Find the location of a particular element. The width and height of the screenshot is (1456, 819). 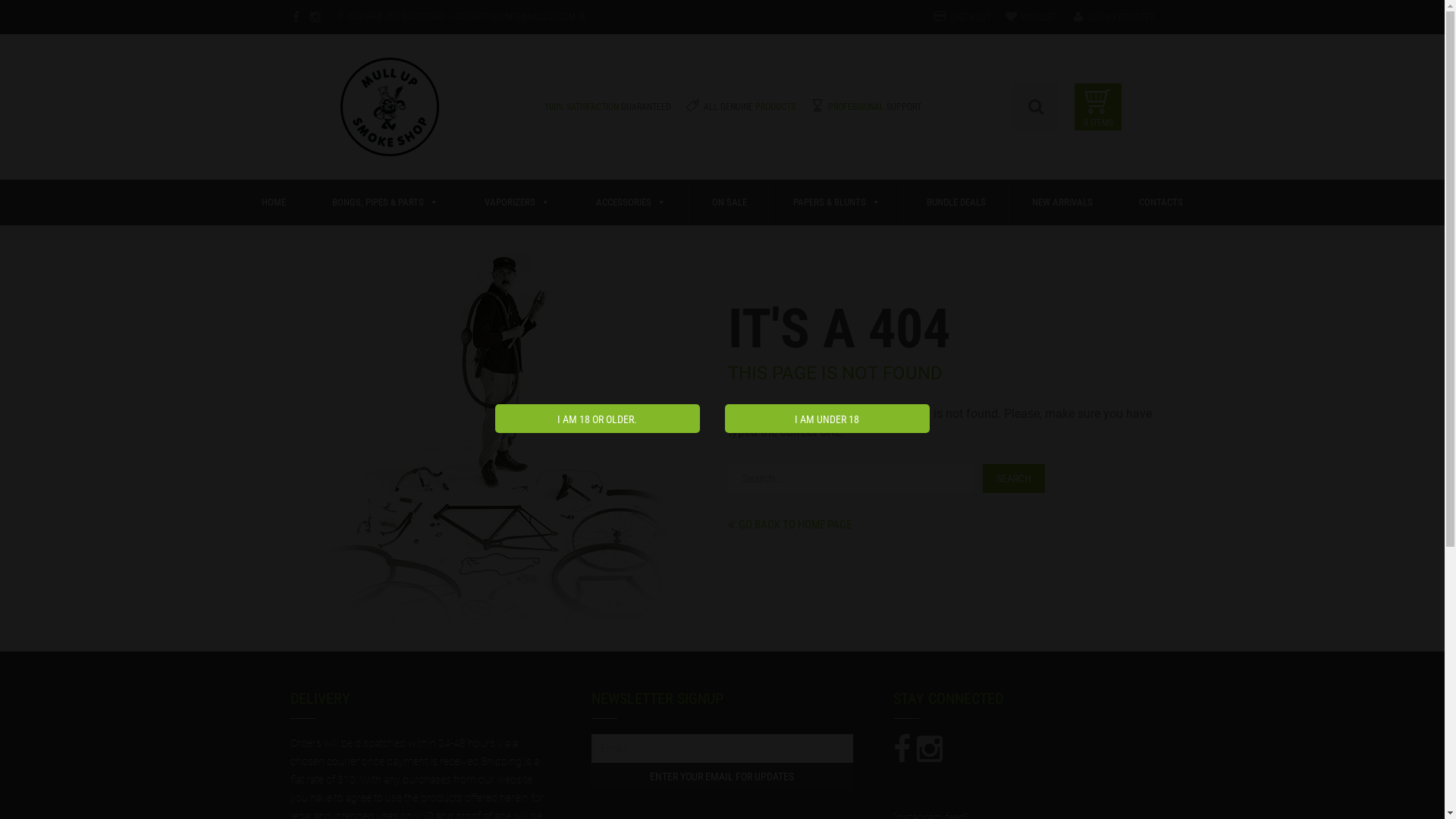

'NEW ARRIVALS' is located at coordinates (1009, 201).